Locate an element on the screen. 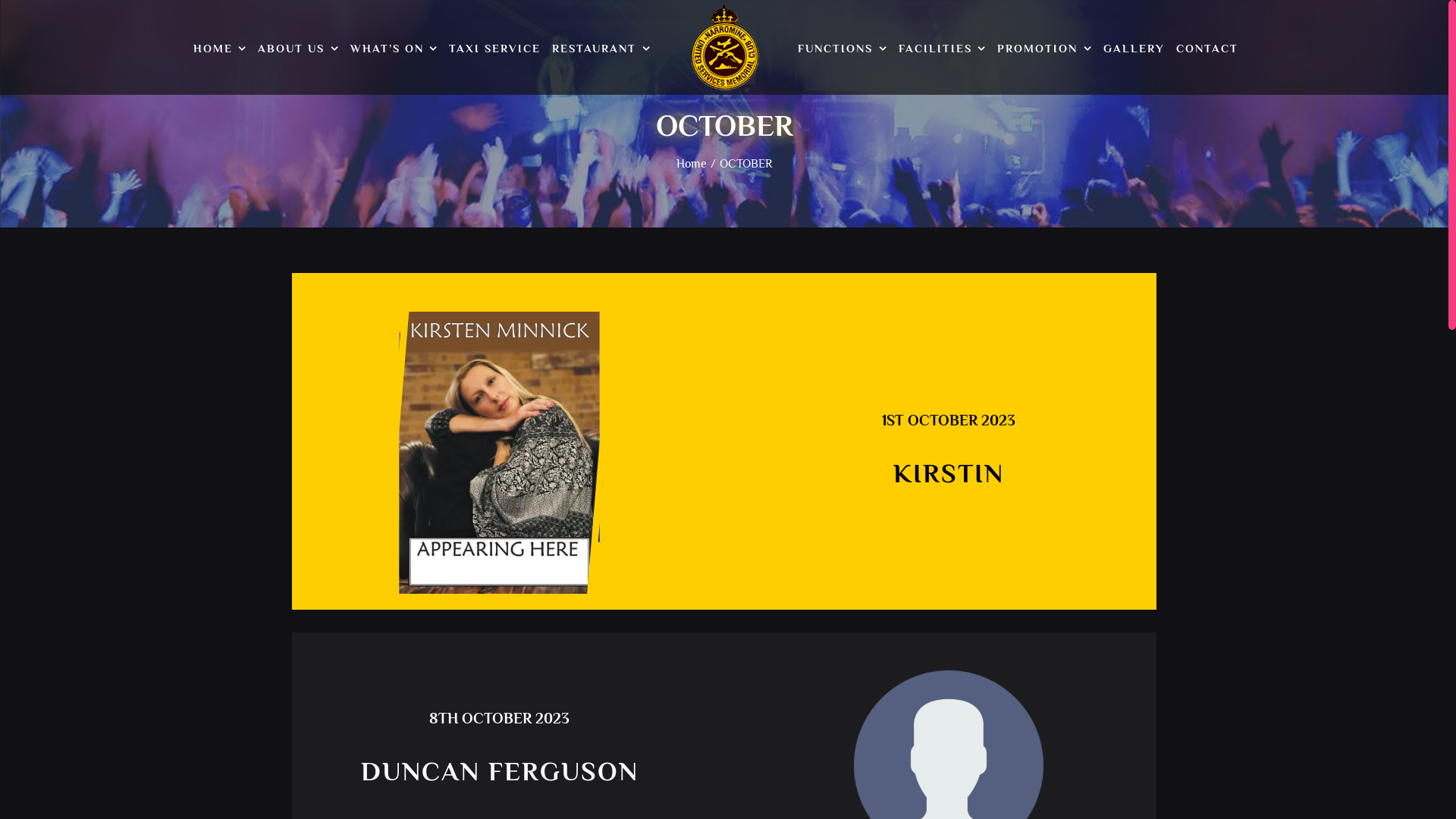 The width and height of the screenshot is (1456, 819). 'CONTACT' is located at coordinates (1175, 49).